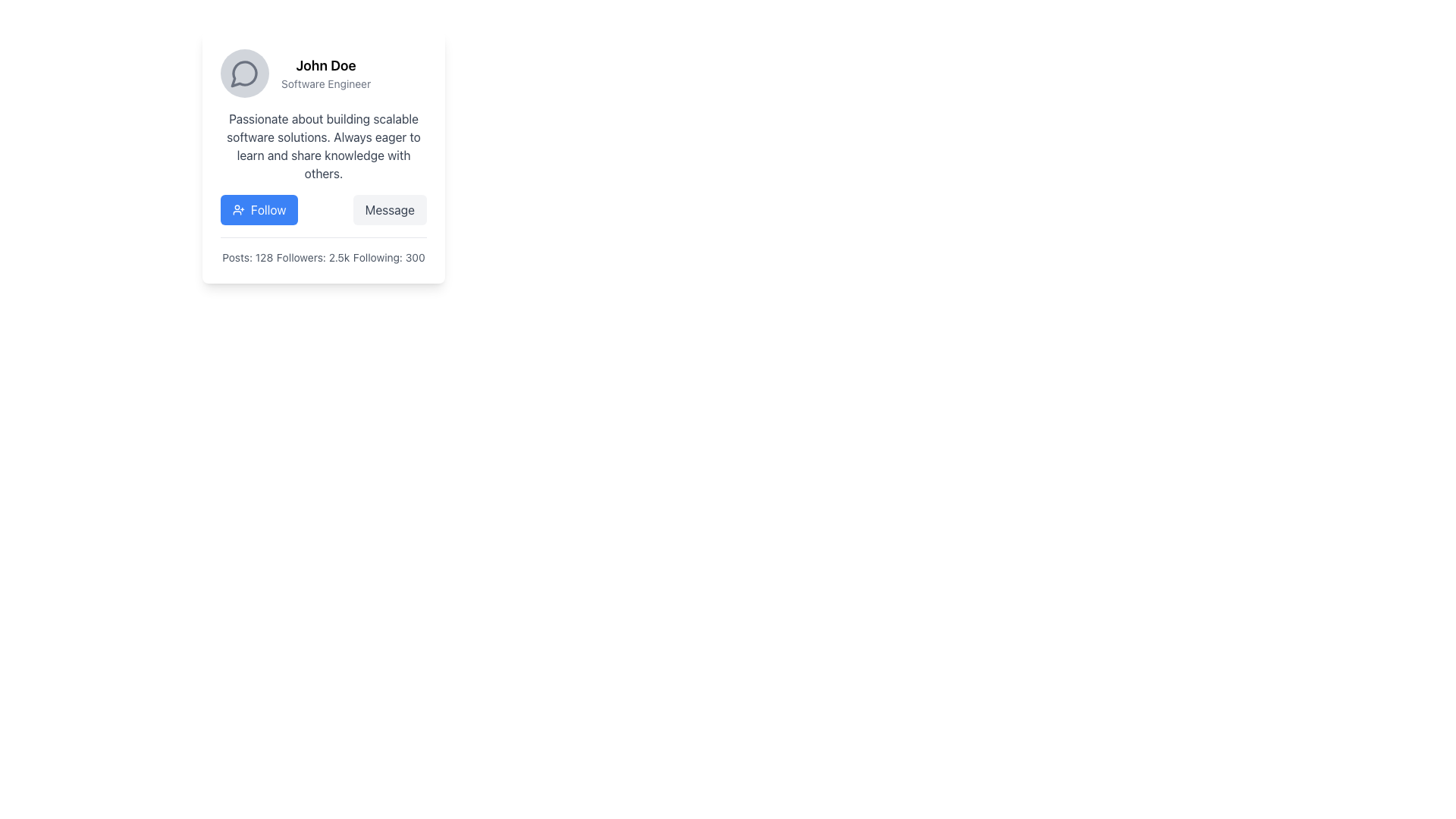 The image size is (1456, 819). What do you see at coordinates (323, 146) in the screenshot?
I see `the text block that is styled with gray text color, located centrally within a card layout, below the name and title, and above action buttons like 'Follow' and 'Message'` at bounding box center [323, 146].